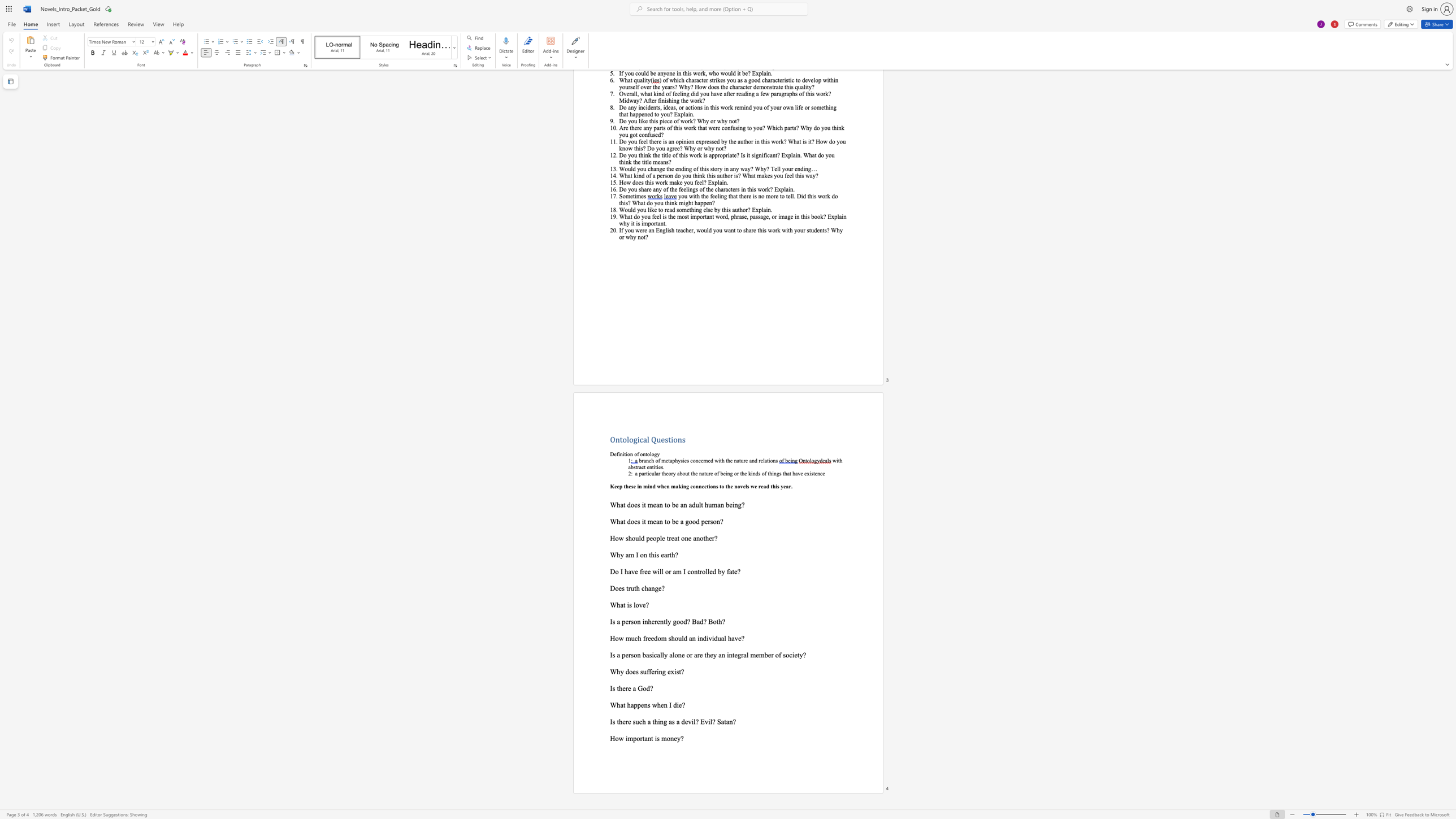 The width and height of the screenshot is (1456, 819). I want to click on the subset text "ns" within the text "branch of metaphysics concerned with the nature and relations", so click(772, 460).